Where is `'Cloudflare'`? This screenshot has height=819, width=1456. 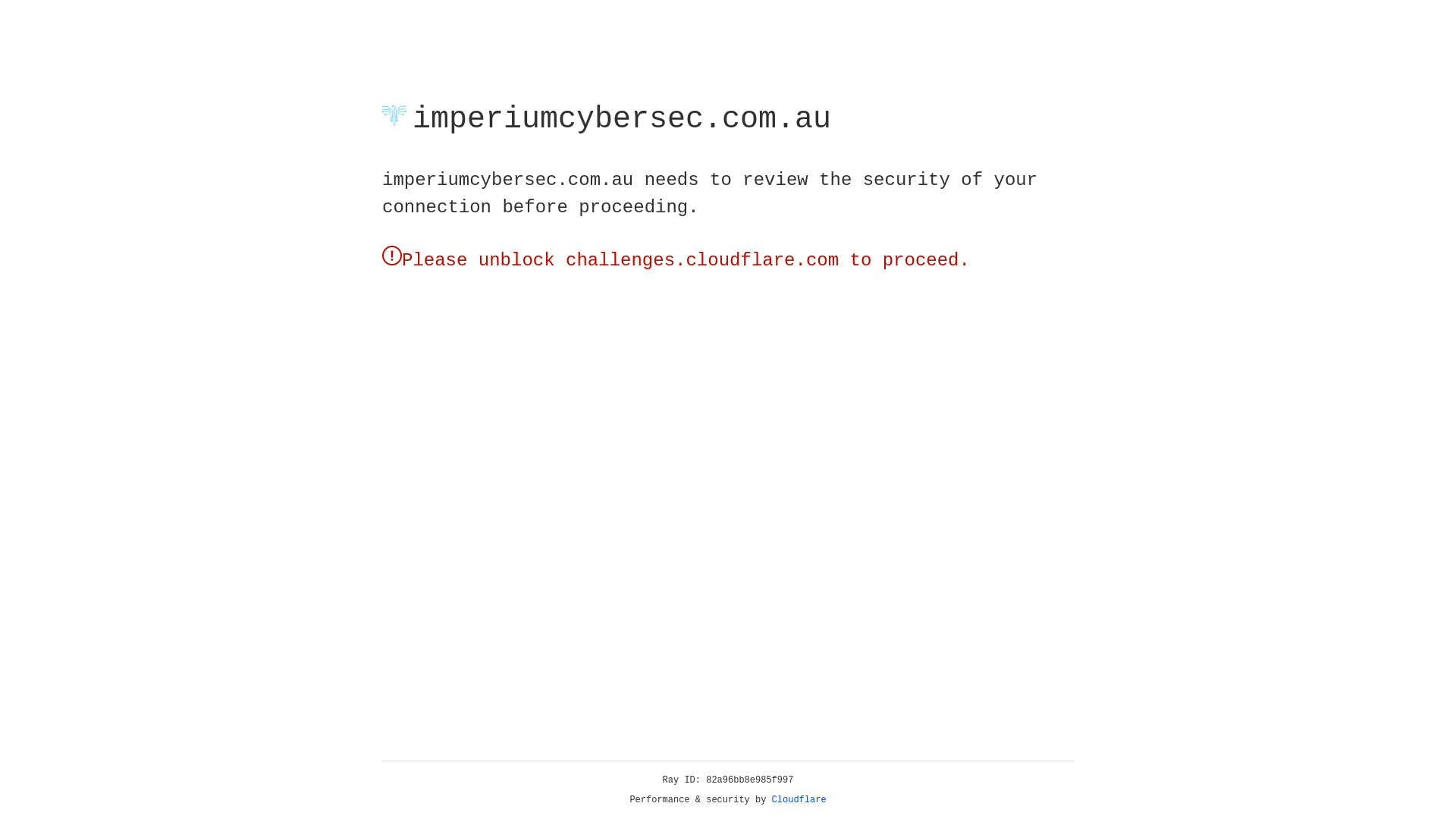
'Cloudflare' is located at coordinates (799, 799).